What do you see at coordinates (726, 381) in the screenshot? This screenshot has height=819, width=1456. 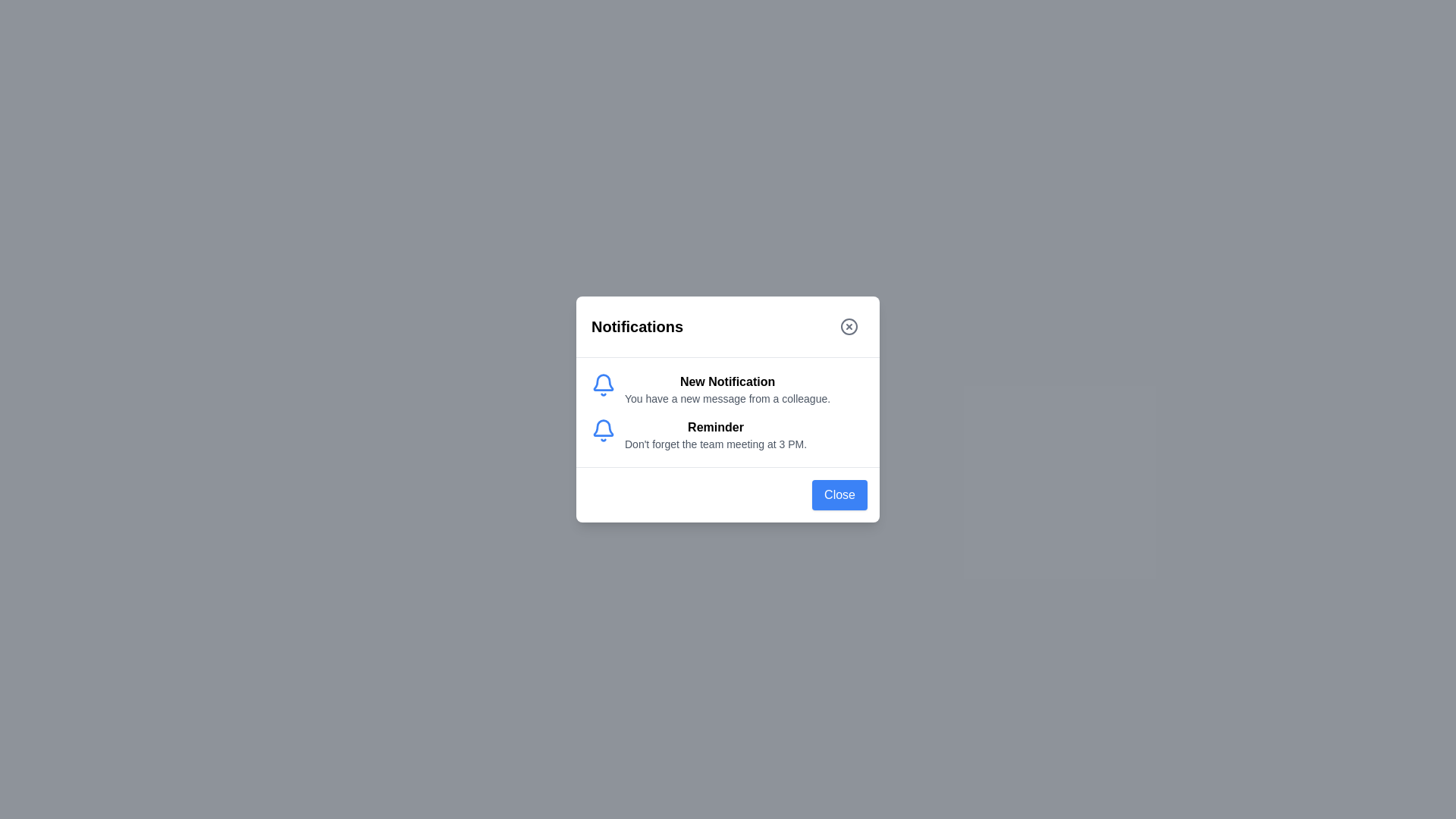 I see `the title of the topmost notification in the notification panel, which summarizes the alert's nature, located above the message 'You have a new message from a colleague.'` at bounding box center [726, 381].